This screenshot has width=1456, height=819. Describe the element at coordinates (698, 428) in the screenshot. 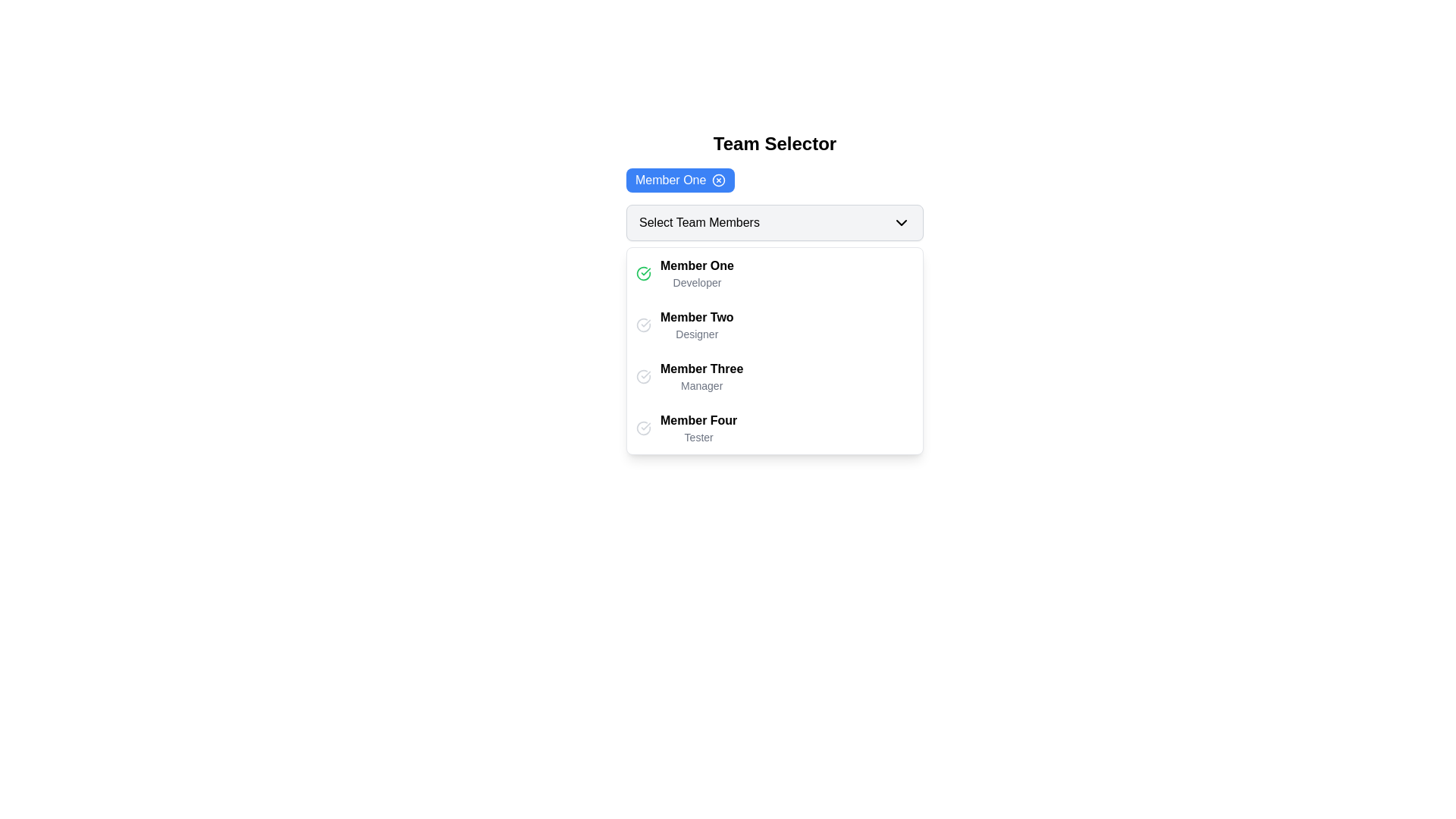

I see `the text label representing the dropdown menu list entry for 'Member Four' with role 'Tester'` at that location.